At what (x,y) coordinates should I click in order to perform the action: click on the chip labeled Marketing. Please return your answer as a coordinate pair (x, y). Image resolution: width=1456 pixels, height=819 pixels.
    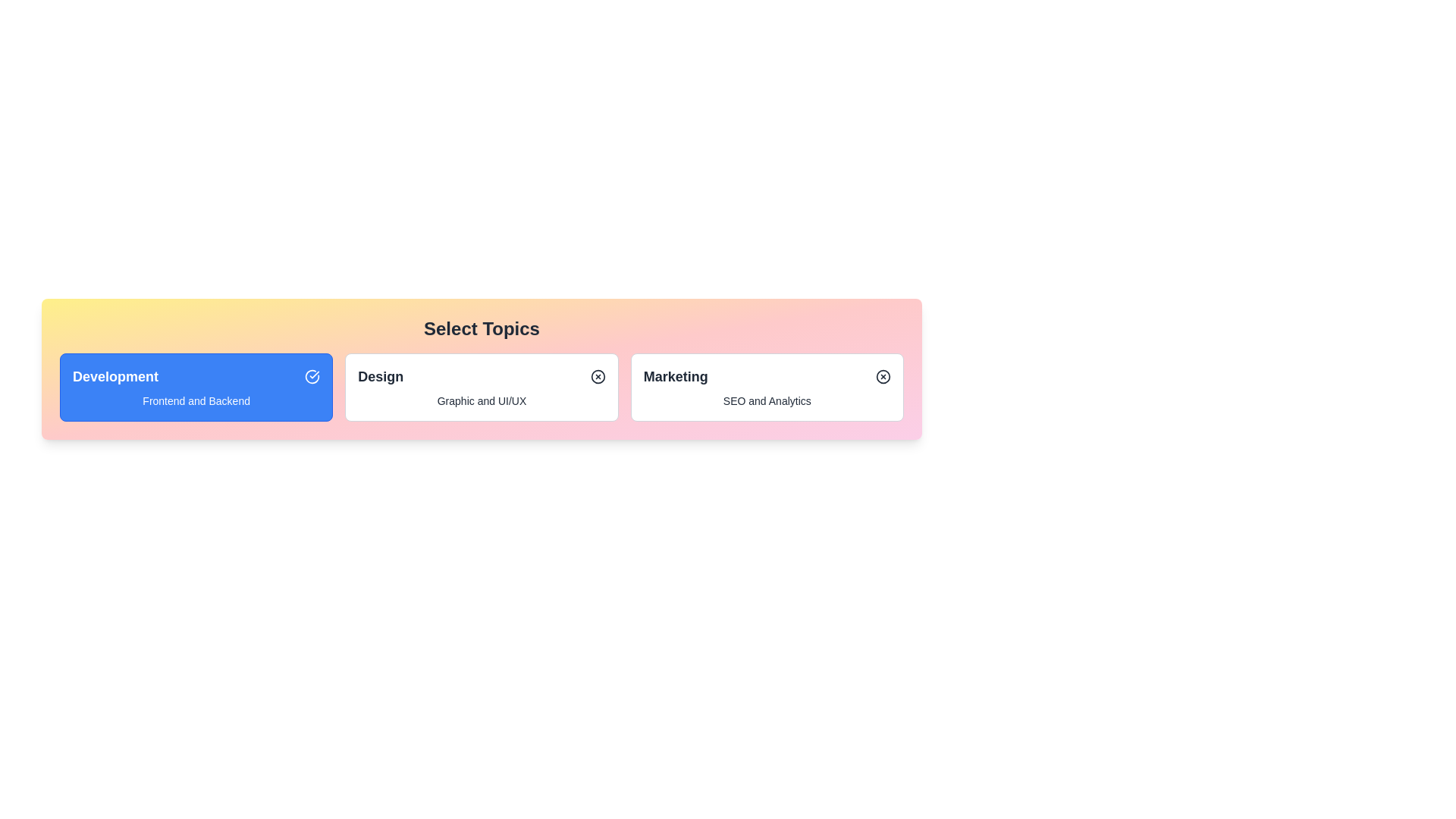
    Looking at the image, I should click on (767, 386).